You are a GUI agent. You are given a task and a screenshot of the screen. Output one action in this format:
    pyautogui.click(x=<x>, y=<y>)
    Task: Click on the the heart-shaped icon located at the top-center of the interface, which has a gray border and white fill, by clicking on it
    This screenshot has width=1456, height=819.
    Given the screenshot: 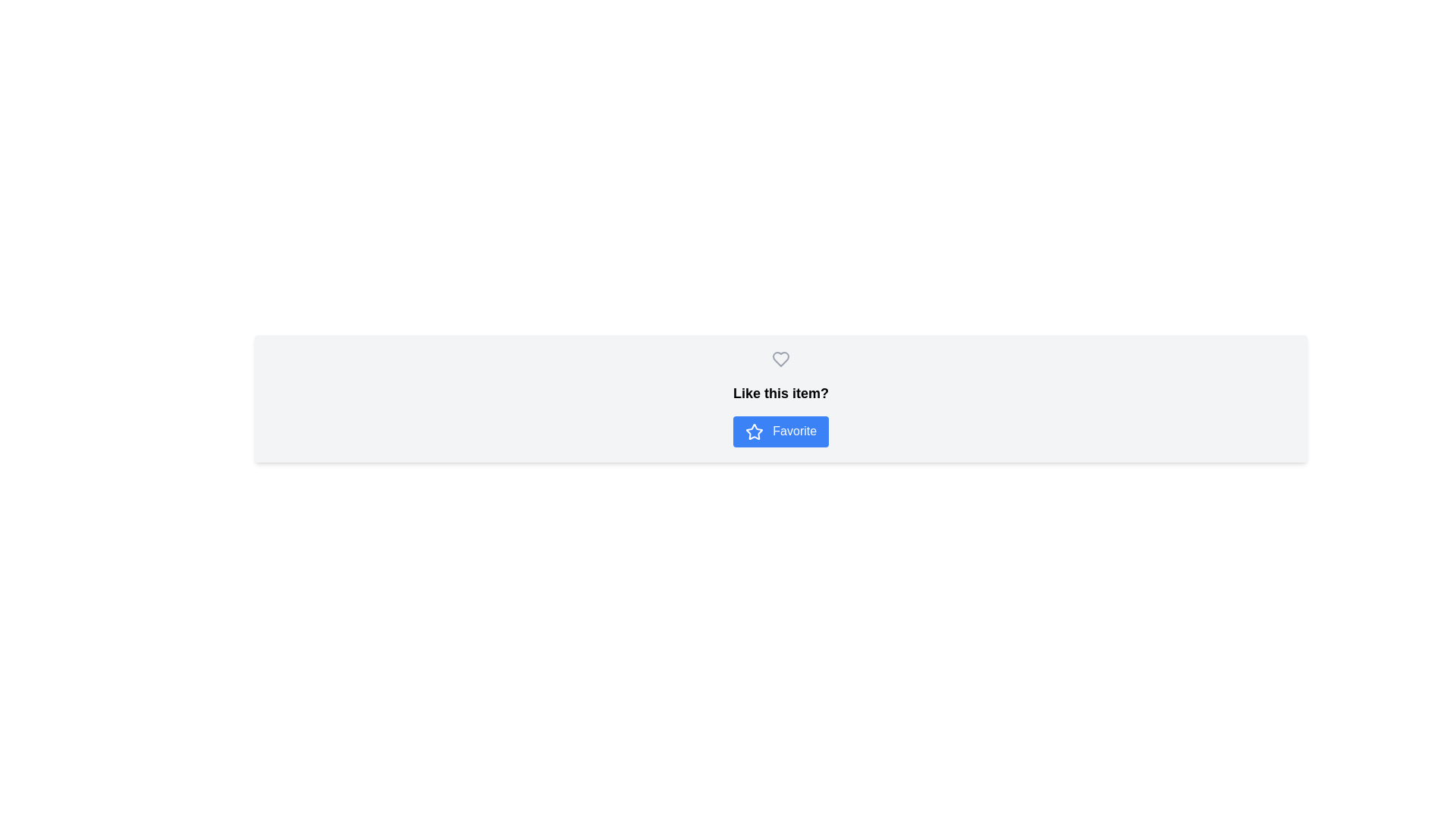 What is the action you would take?
    pyautogui.click(x=781, y=362)
    